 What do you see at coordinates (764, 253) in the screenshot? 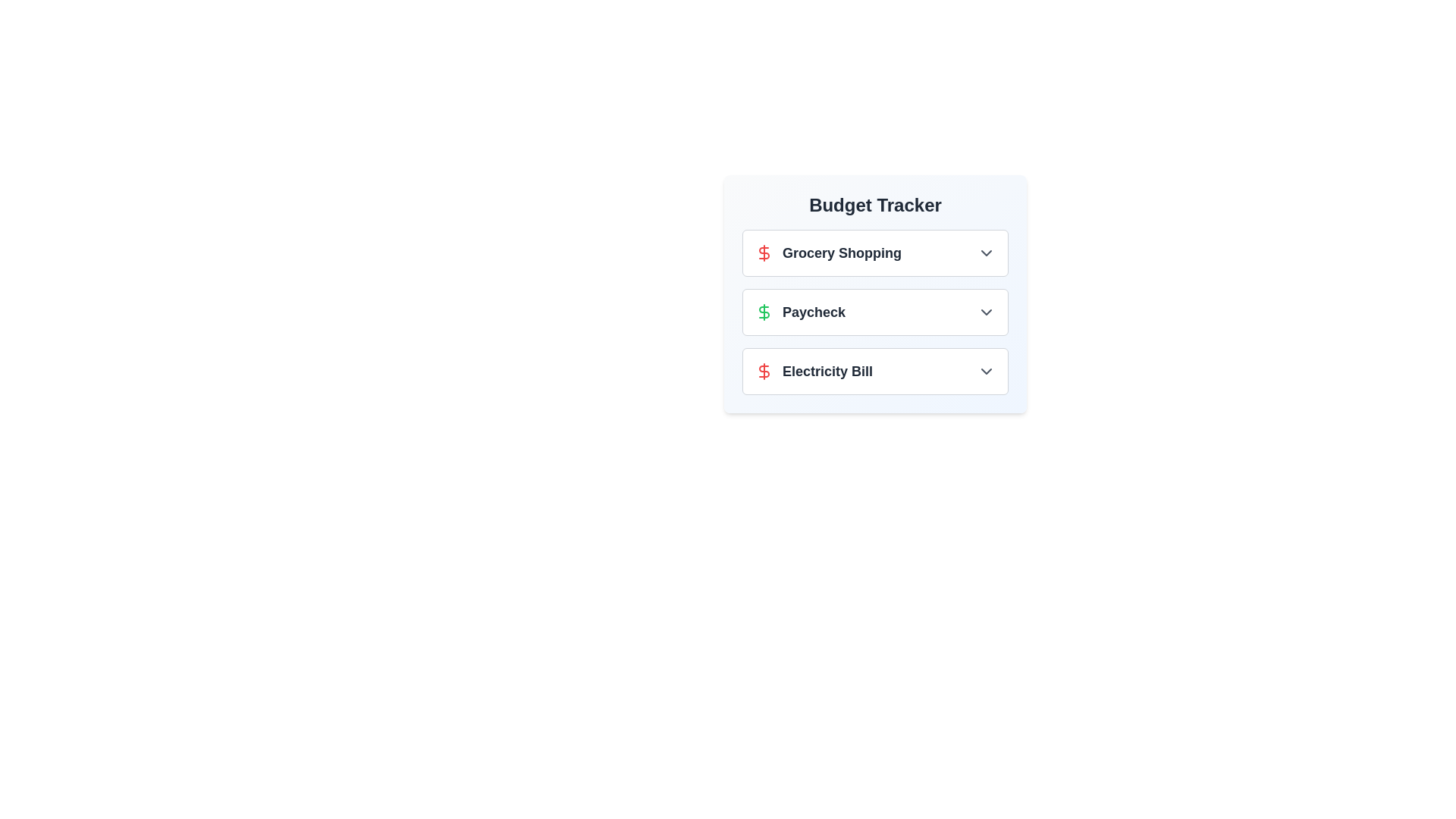
I see `the icon representing the transaction type for Grocery Shopping` at bounding box center [764, 253].